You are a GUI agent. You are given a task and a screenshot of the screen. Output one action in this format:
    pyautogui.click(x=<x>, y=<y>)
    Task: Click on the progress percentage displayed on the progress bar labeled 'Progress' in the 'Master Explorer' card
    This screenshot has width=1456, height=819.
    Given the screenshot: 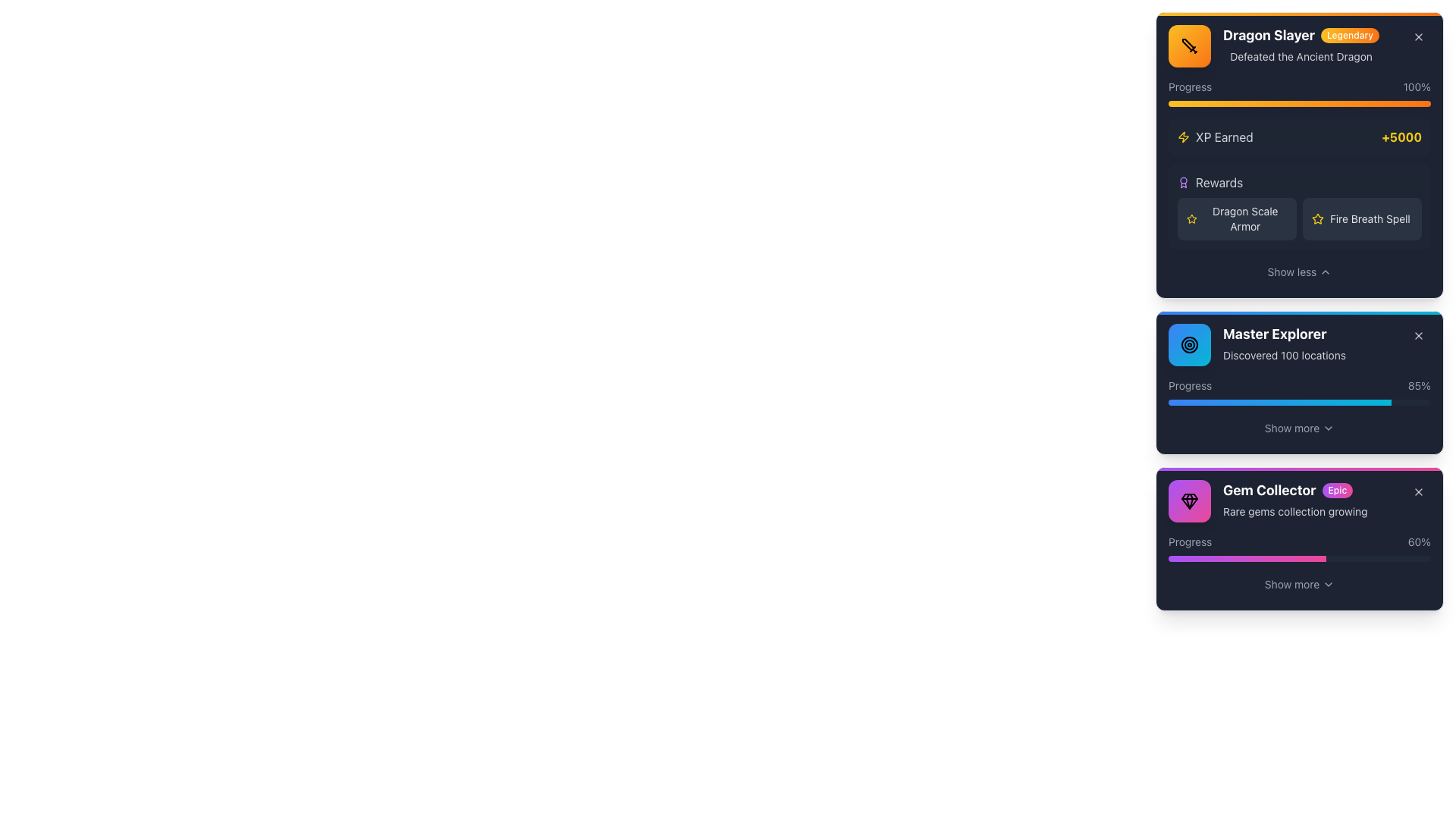 What is the action you would take?
    pyautogui.click(x=1298, y=391)
    